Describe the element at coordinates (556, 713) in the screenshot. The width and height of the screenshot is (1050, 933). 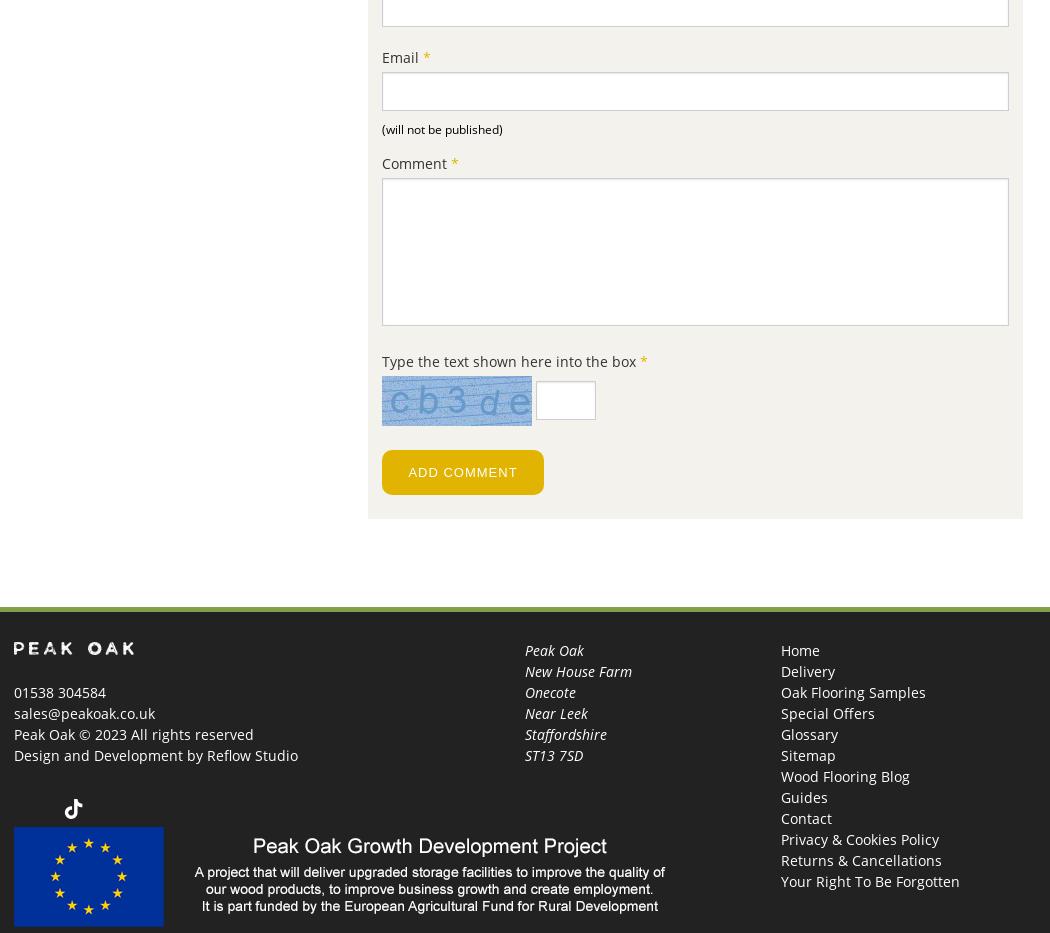
I see `'Near Leek'` at that location.